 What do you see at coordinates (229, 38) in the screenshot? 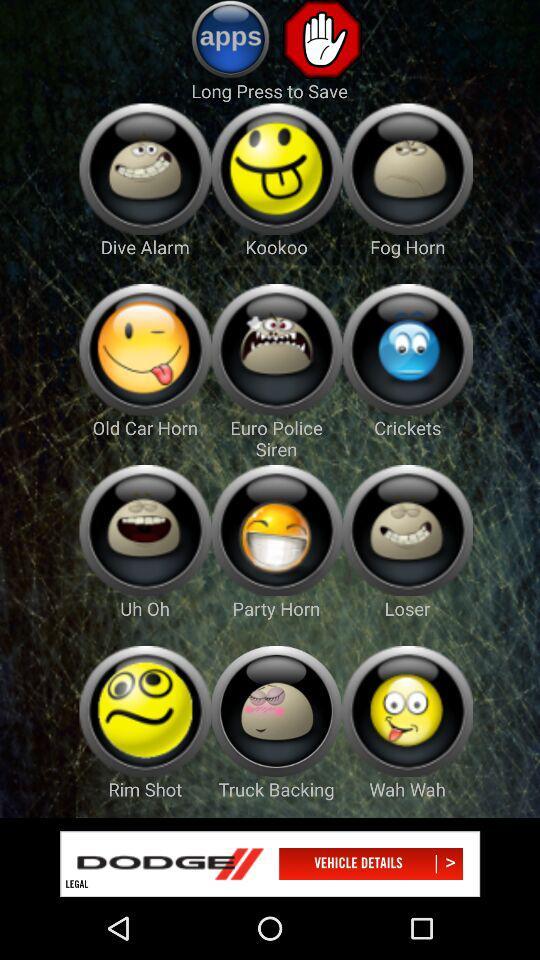
I see `find more apps` at bounding box center [229, 38].